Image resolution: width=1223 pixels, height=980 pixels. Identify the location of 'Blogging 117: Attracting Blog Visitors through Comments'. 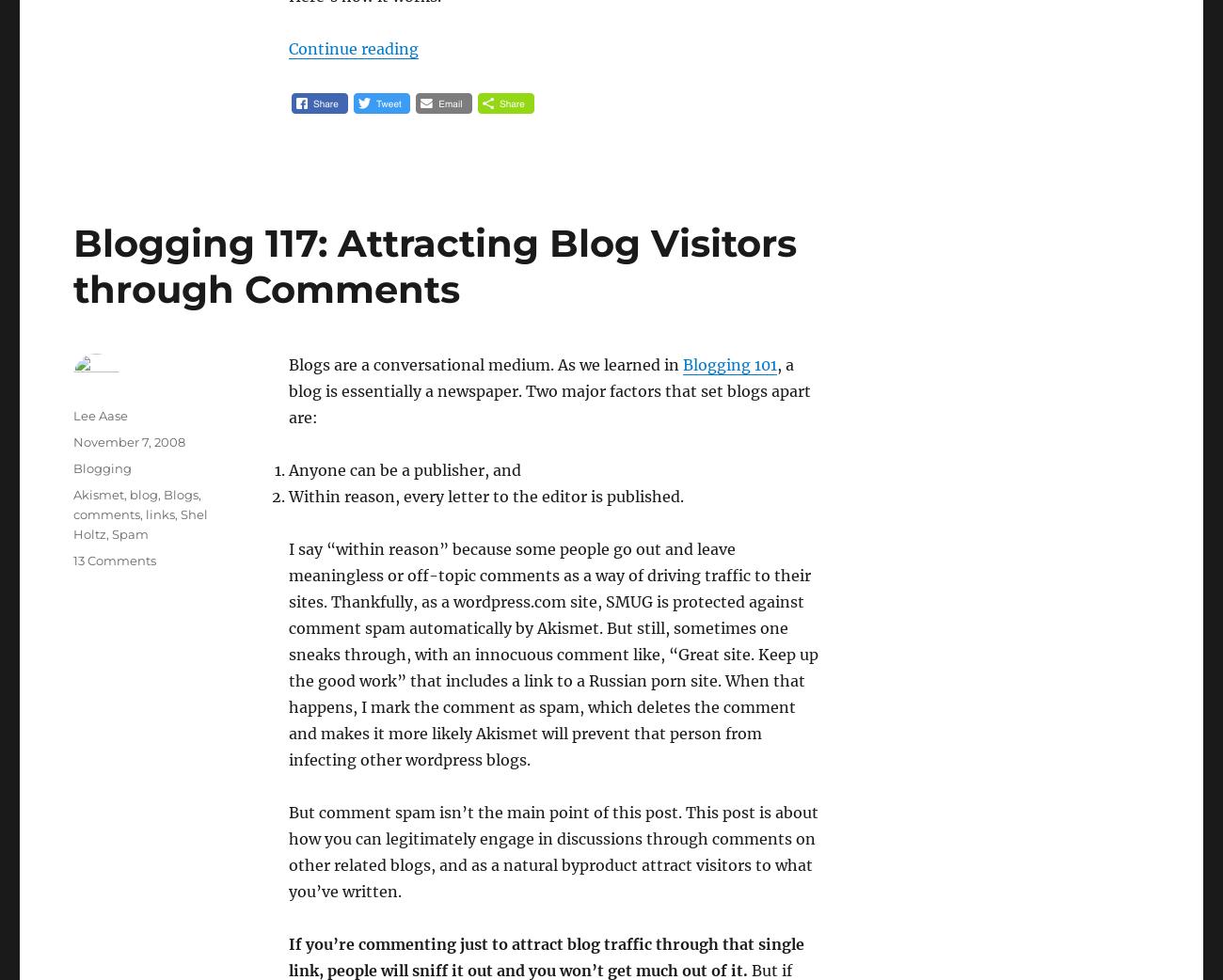
(73, 266).